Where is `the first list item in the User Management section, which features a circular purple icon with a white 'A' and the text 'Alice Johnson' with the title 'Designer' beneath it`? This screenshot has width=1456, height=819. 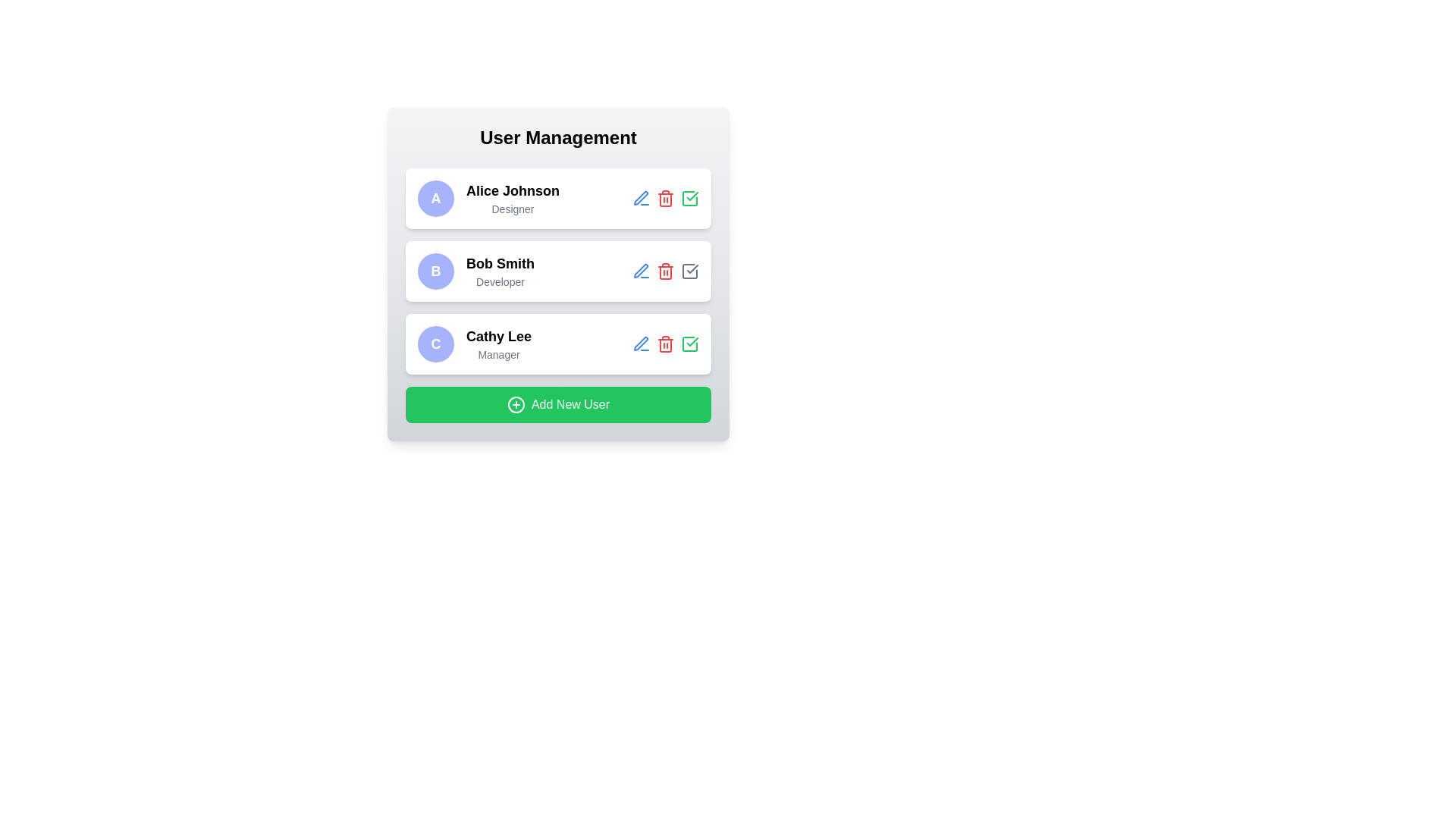 the first list item in the User Management section, which features a circular purple icon with a white 'A' and the text 'Alice Johnson' with the title 'Designer' beneath it is located at coordinates (488, 198).